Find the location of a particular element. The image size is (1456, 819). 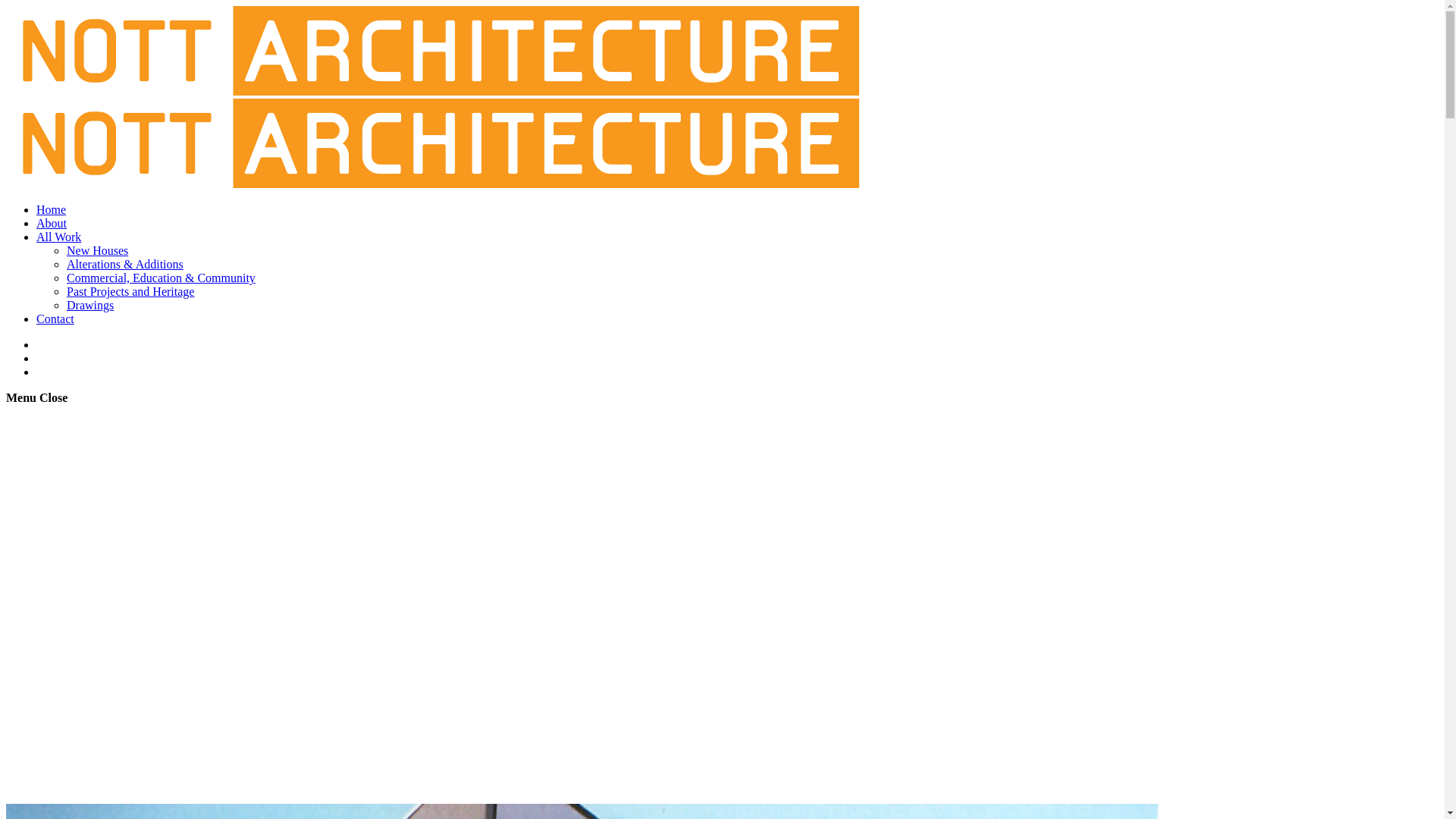

'Home' is located at coordinates (51, 209).